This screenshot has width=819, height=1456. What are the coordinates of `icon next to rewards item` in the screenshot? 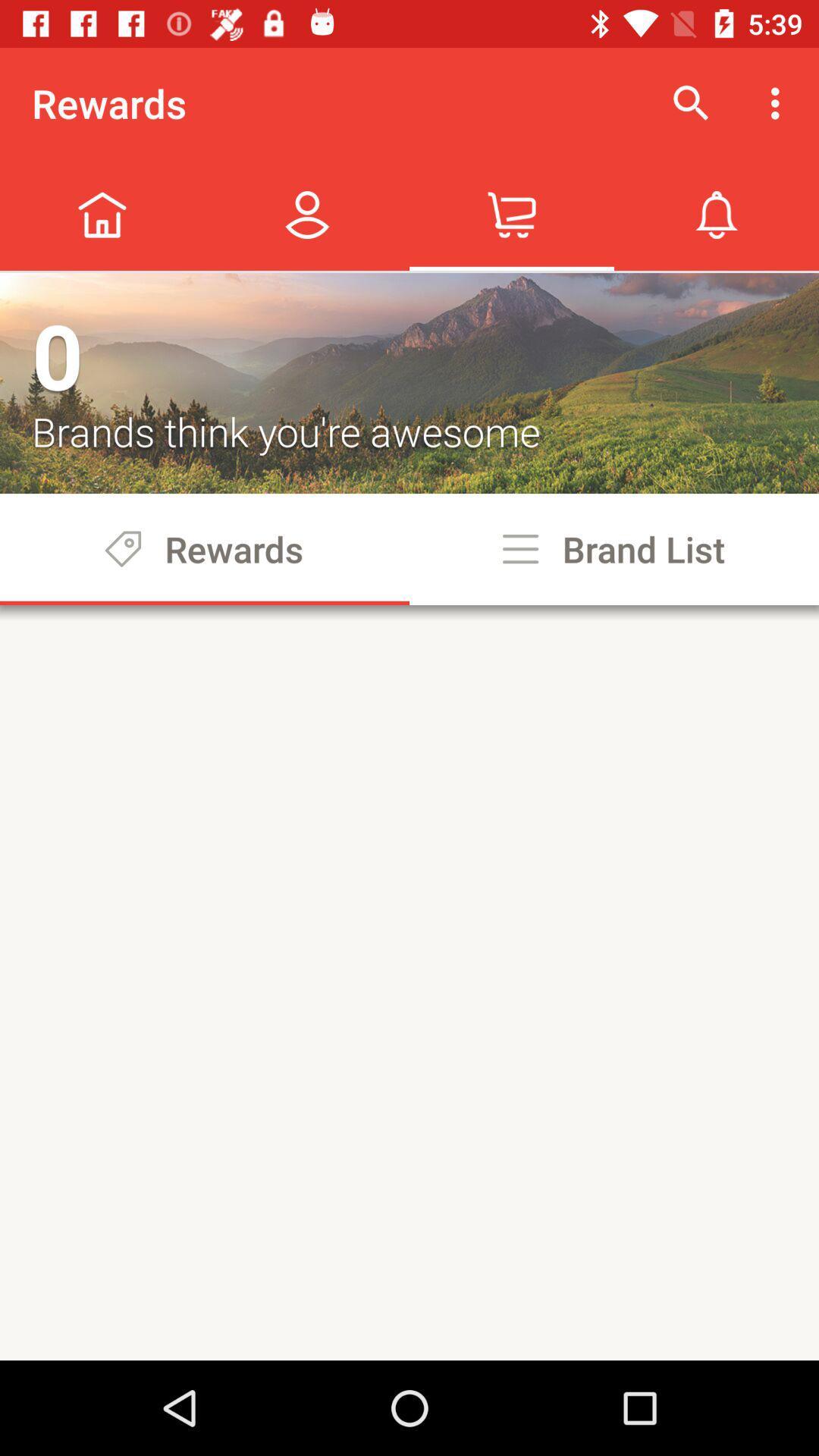 It's located at (691, 102).